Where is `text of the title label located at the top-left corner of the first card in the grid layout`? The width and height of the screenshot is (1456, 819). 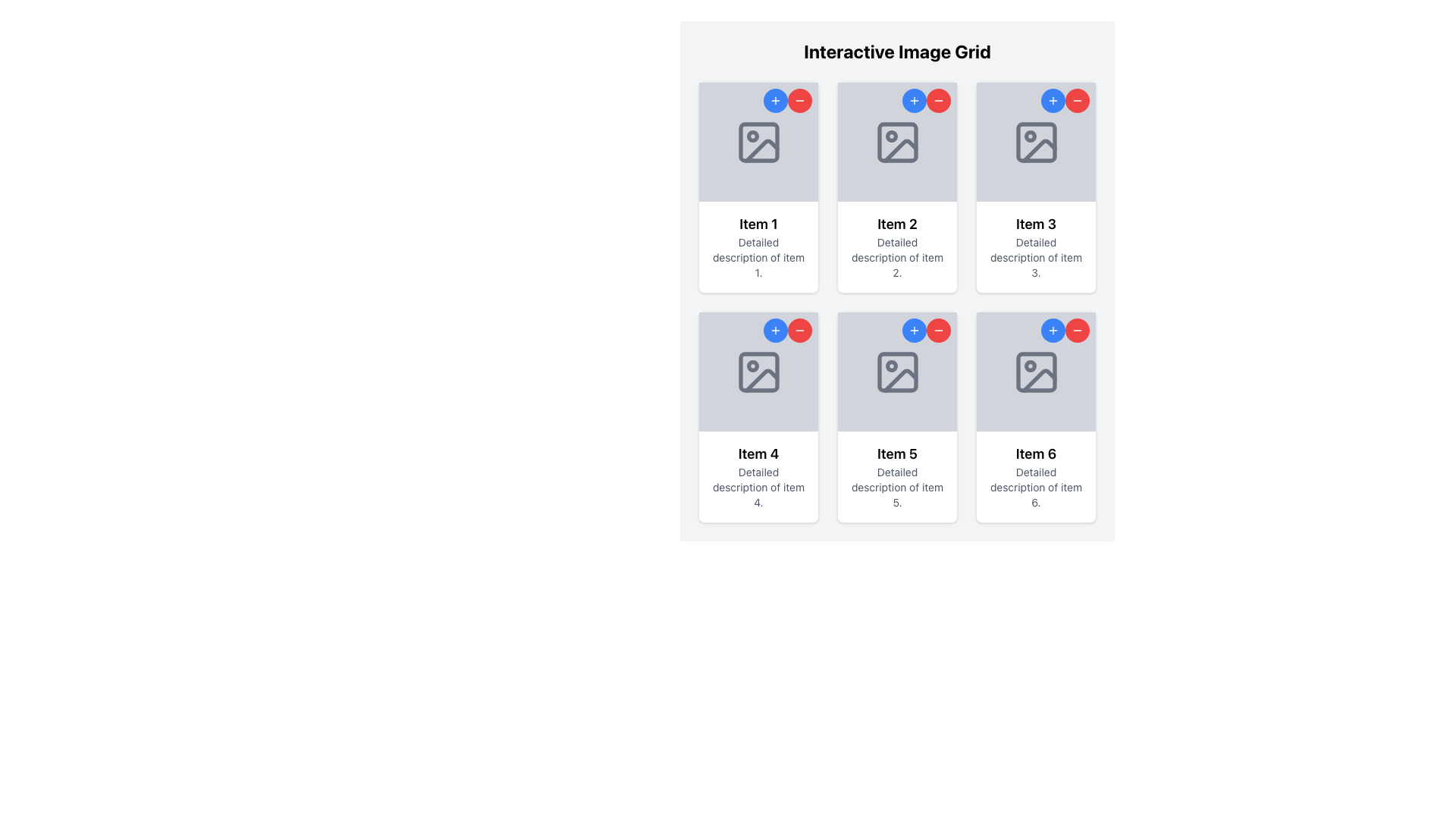
text of the title label located at the top-left corner of the first card in the grid layout is located at coordinates (758, 224).